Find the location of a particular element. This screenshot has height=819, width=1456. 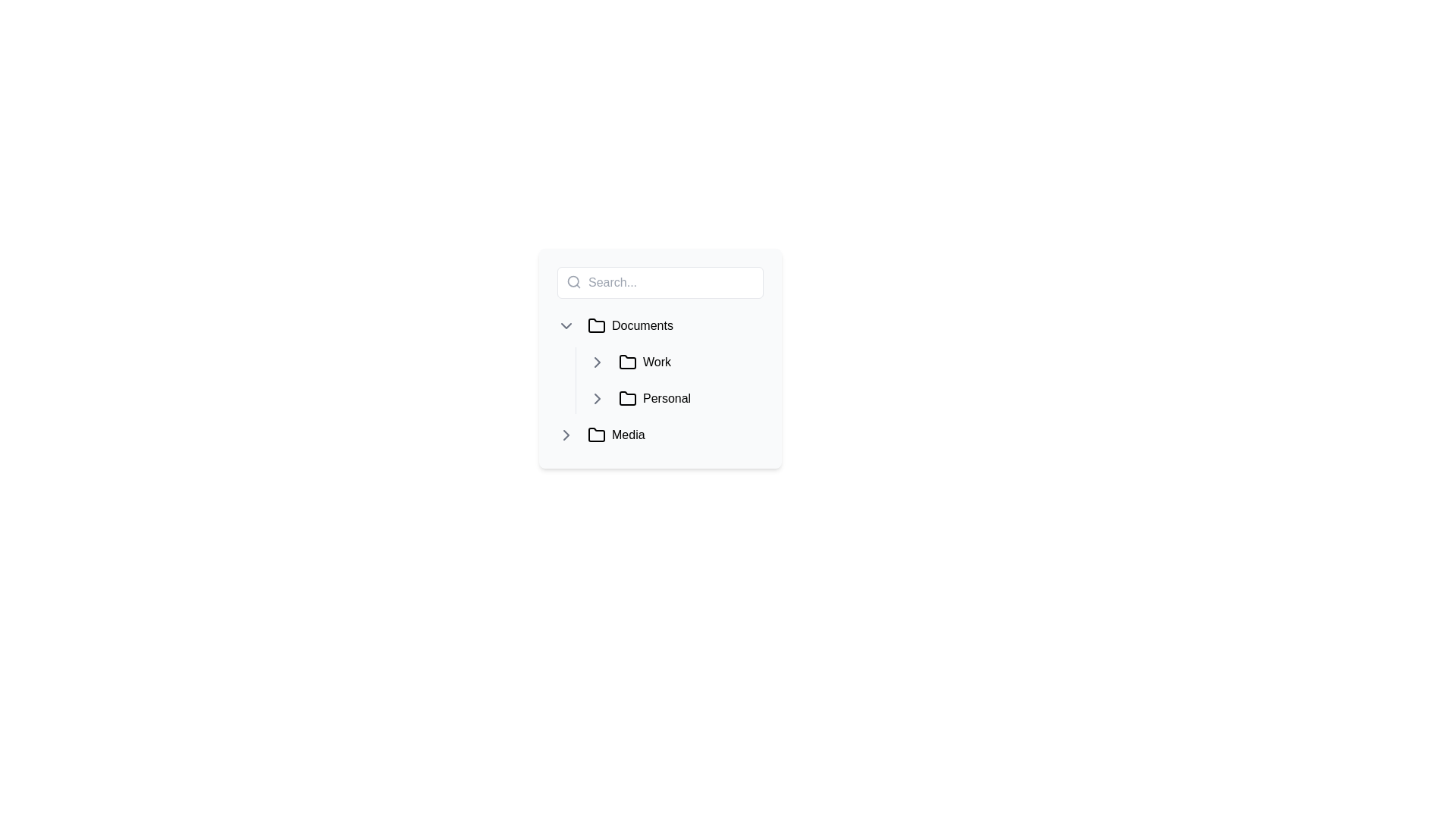

the folder icon representing the 'Media' folder in the tree navigation structure, which is visually styled with a black stroke and a tab on the top left is located at coordinates (596, 435).